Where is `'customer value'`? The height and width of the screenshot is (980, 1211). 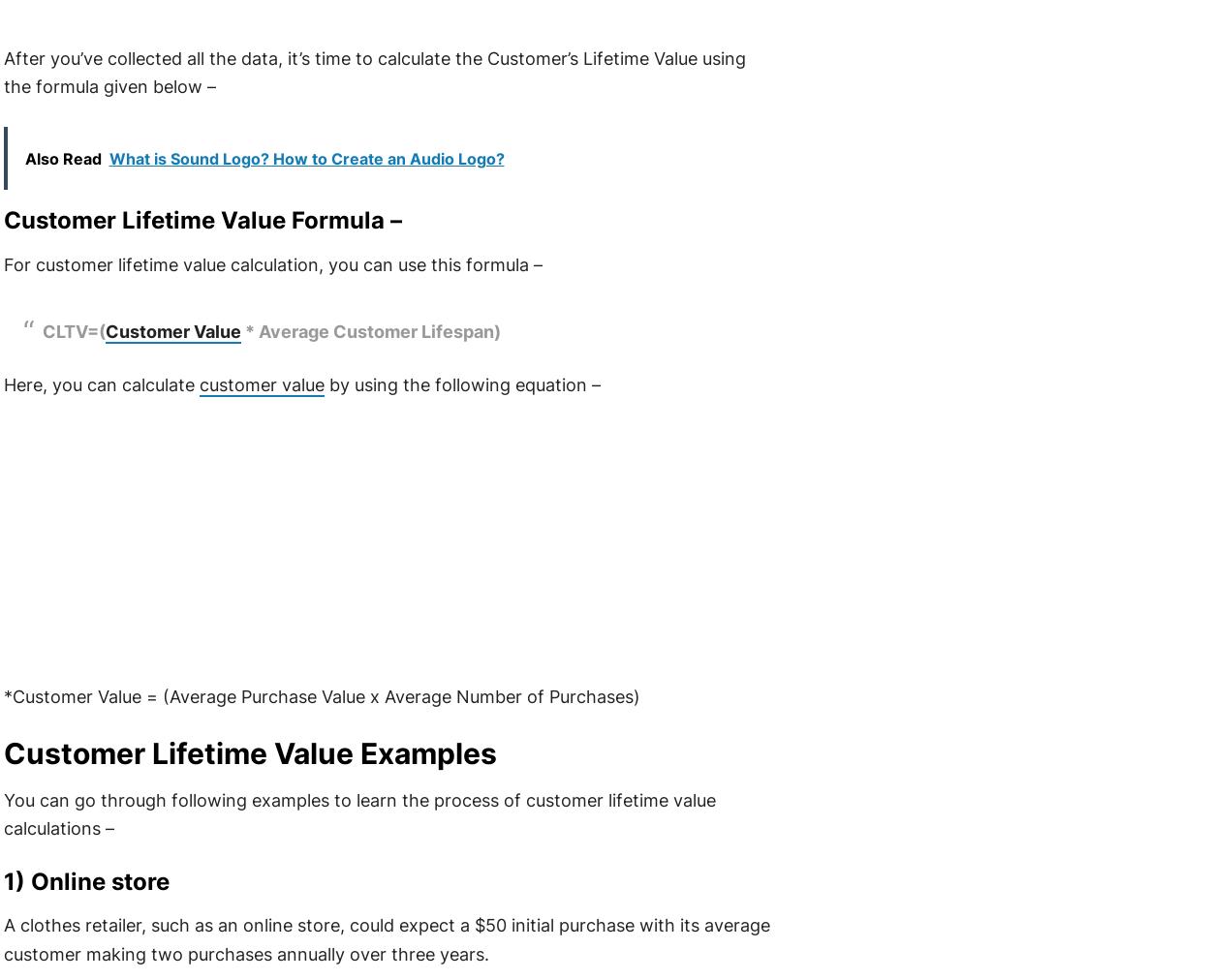 'customer value' is located at coordinates (261, 384).